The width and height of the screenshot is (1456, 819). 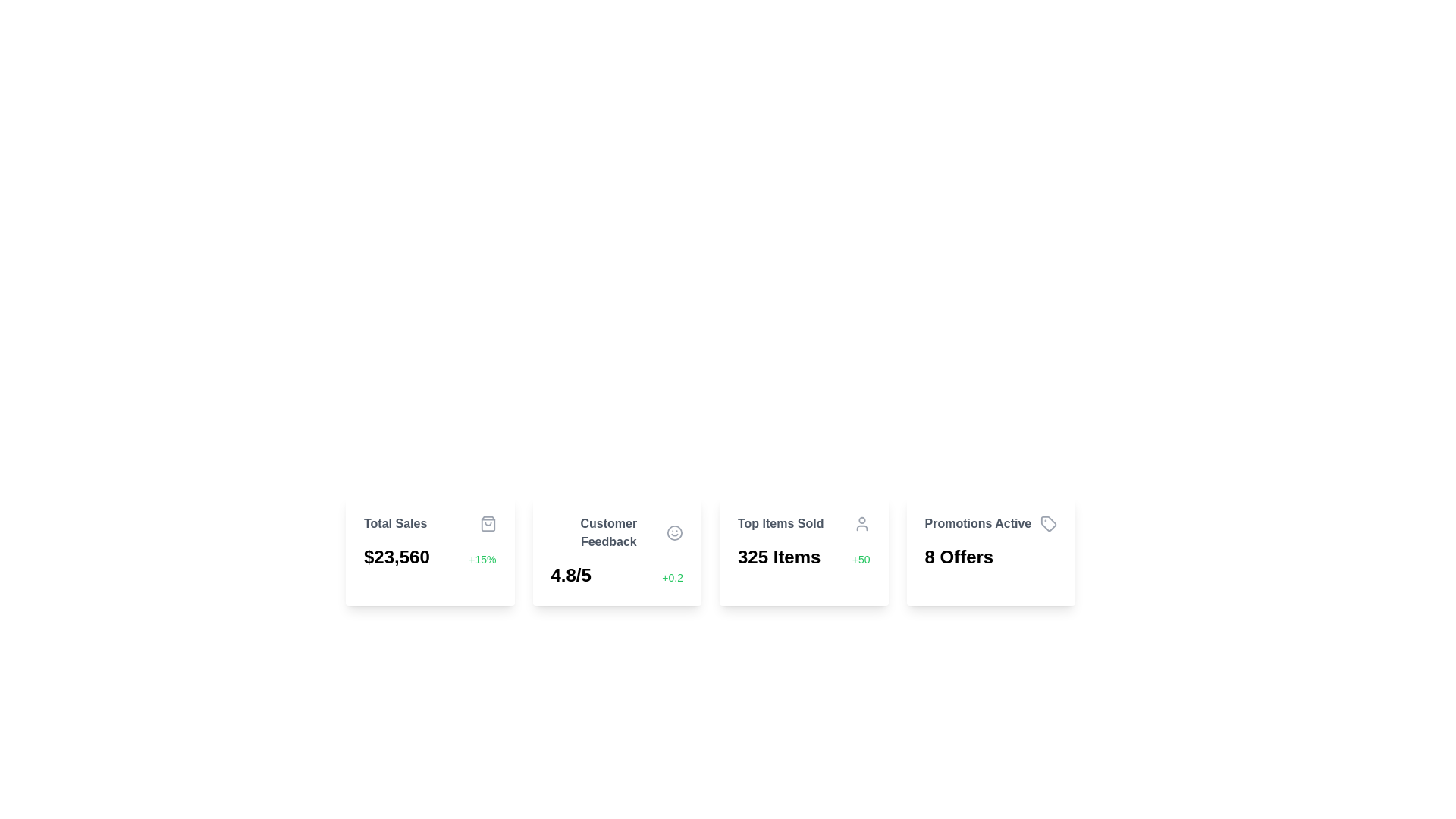 What do you see at coordinates (674, 532) in the screenshot?
I see `the circular smiling face icon that is gray and located to the right of the 'Customer Feedback' text within a rectangular card` at bounding box center [674, 532].